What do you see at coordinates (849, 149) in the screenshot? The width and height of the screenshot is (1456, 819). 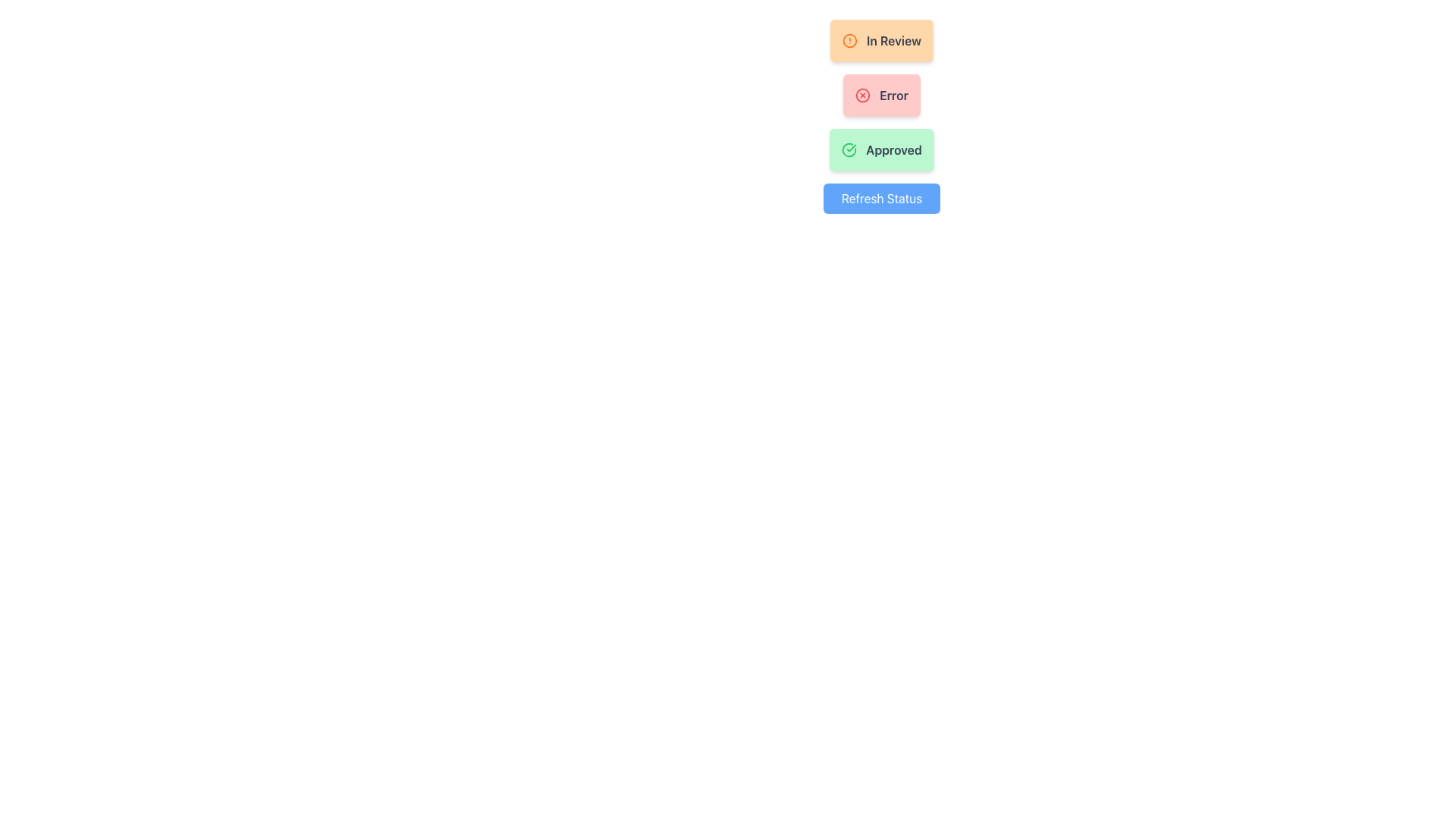 I see `attributes of the circular SVG graphic representing a partial circular arc, which is part of the 'Approved' status button, located to the left of the text label 'Approved'` at bounding box center [849, 149].